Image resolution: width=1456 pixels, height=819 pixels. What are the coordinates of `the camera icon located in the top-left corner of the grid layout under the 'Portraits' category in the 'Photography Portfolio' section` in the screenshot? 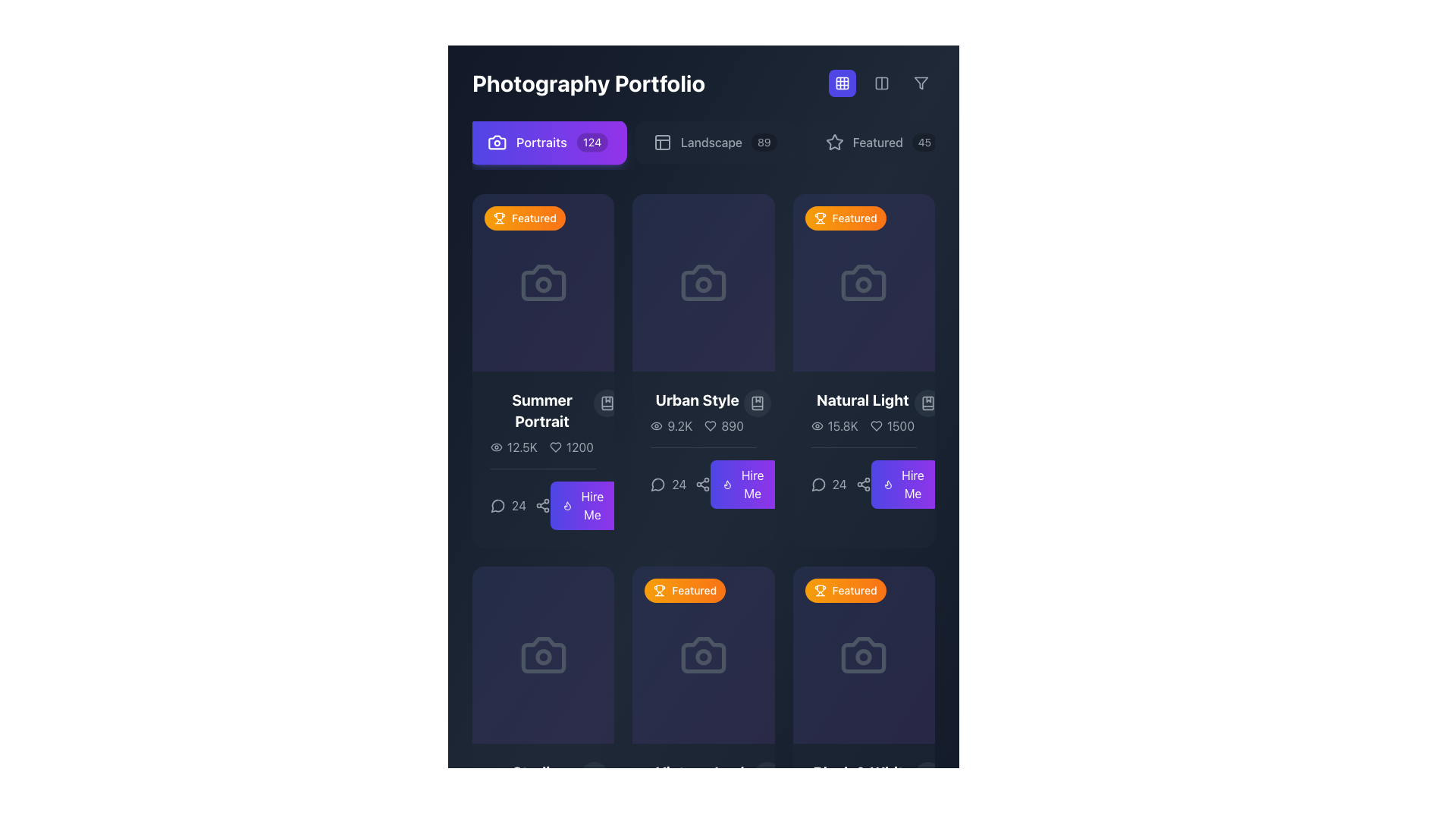 It's located at (543, 283).